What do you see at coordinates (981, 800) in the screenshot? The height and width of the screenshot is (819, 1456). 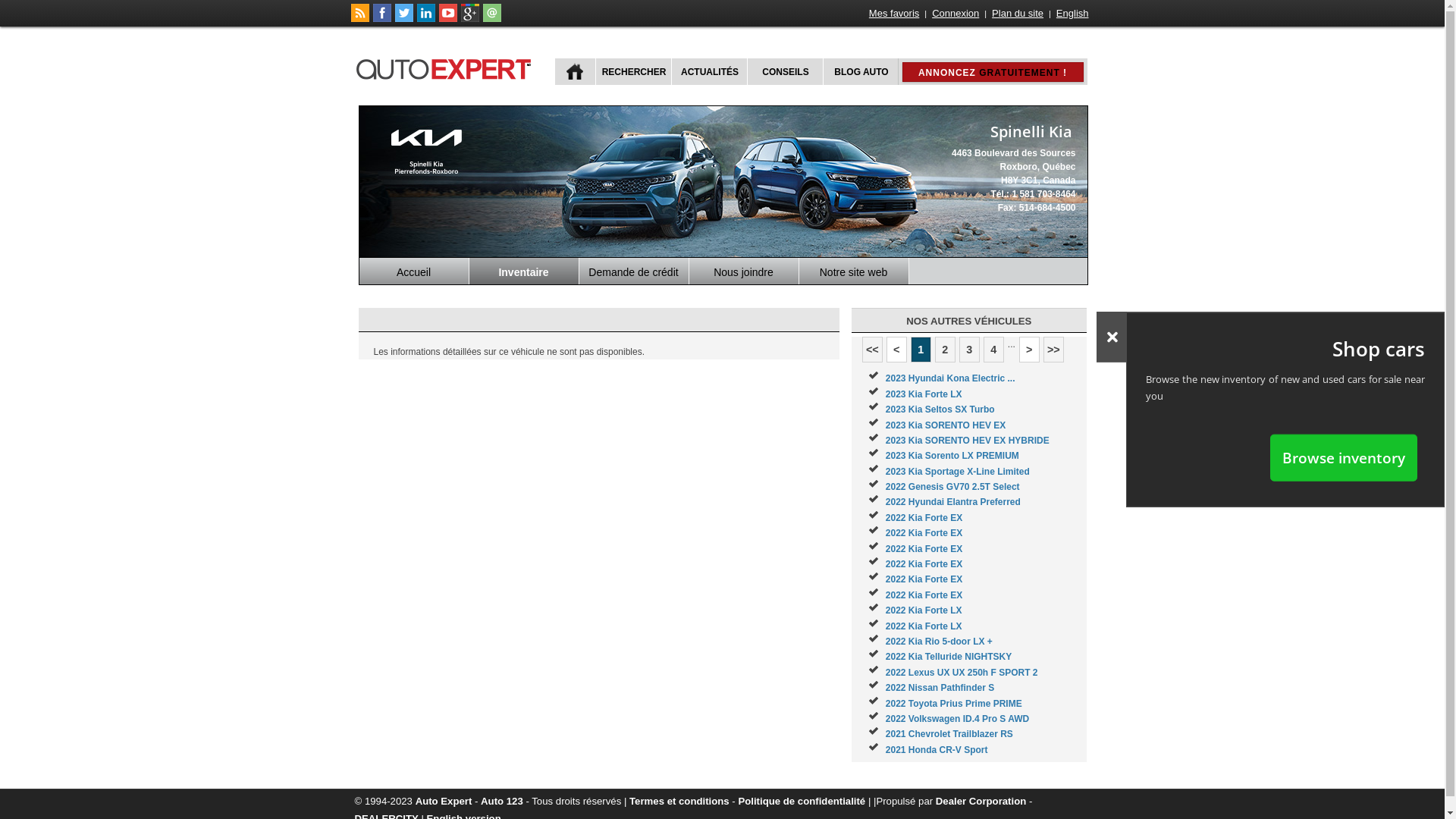 I see `'Dealer Corporation'` at bounding box center [981, 800].